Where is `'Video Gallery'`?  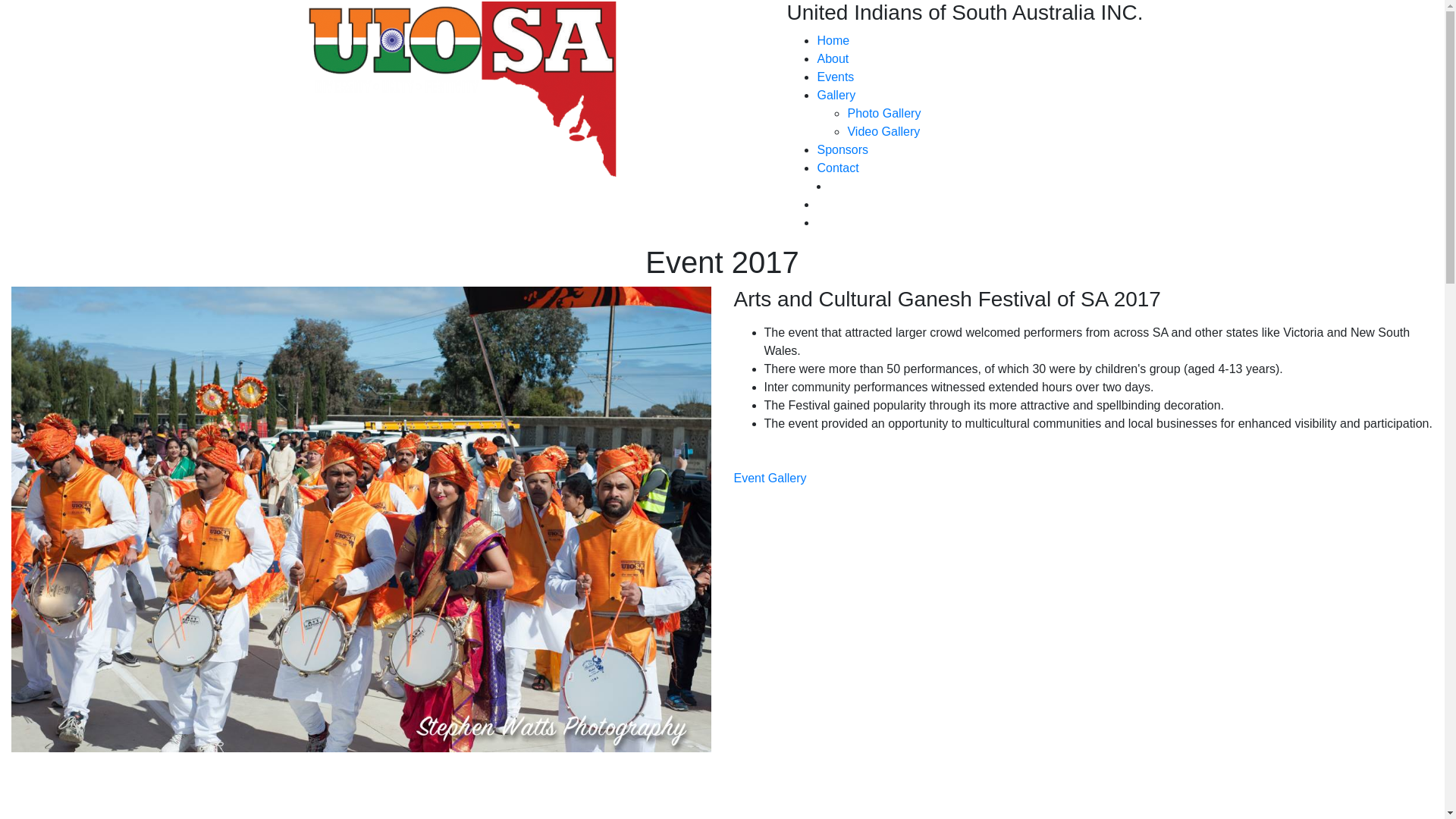
'Video Gallery' is located at coordinates (883, 130).